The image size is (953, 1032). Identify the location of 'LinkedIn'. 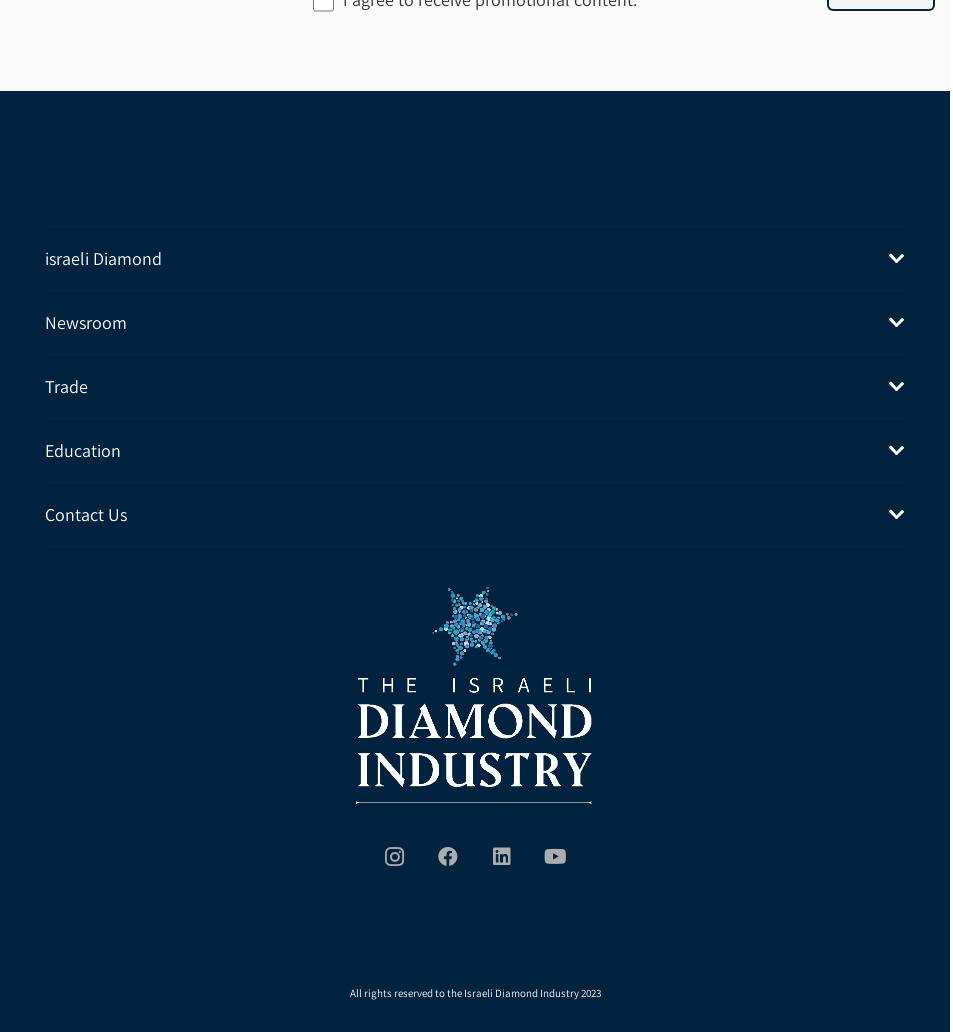
(501, 784).